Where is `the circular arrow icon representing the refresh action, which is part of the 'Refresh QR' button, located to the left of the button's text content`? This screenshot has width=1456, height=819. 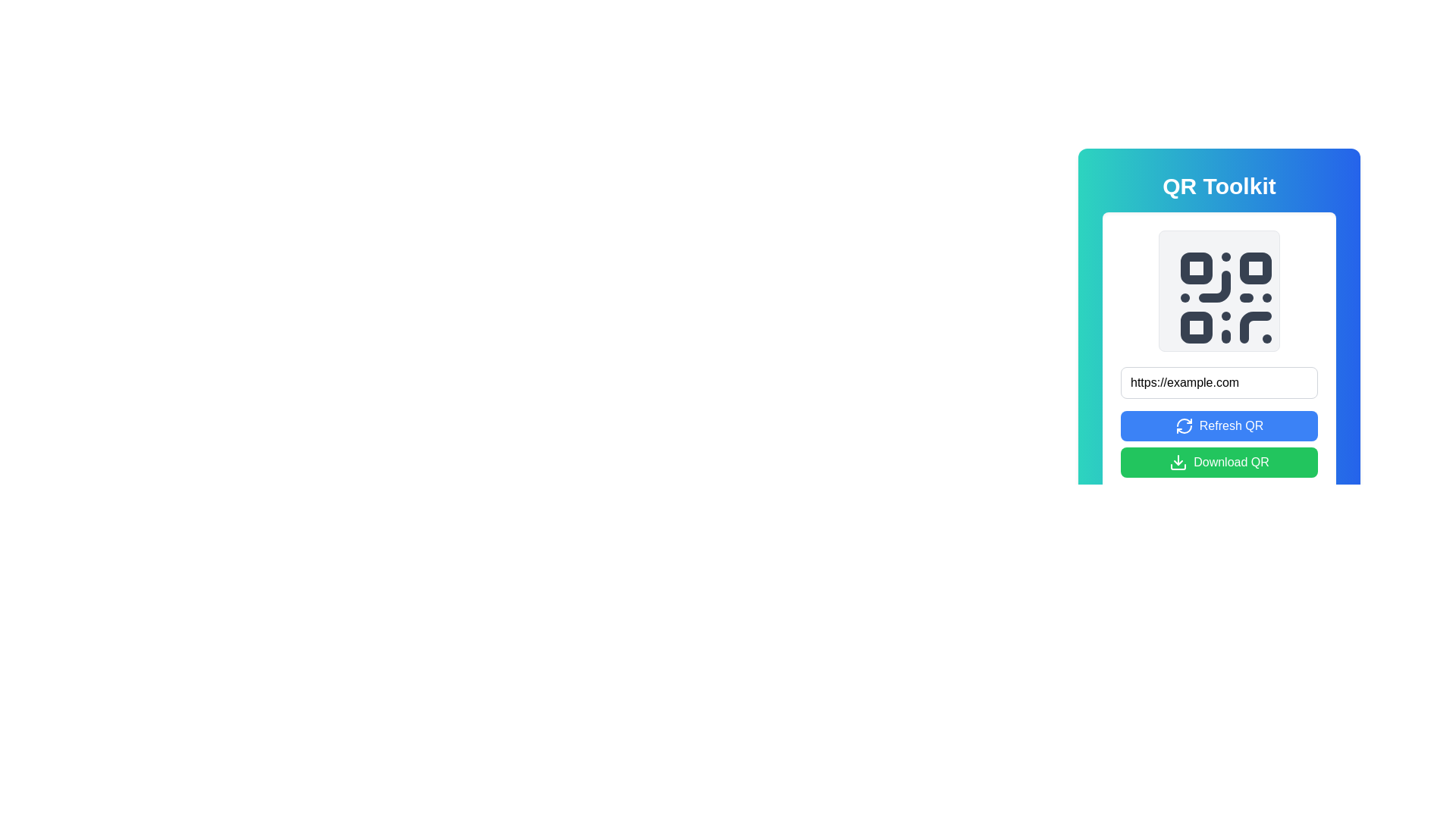
the circular arrow icon representing the refresh action, which is part of the 'Refresh QR' button, located to the left of the button's text content is located at coordinates (1183, 426).